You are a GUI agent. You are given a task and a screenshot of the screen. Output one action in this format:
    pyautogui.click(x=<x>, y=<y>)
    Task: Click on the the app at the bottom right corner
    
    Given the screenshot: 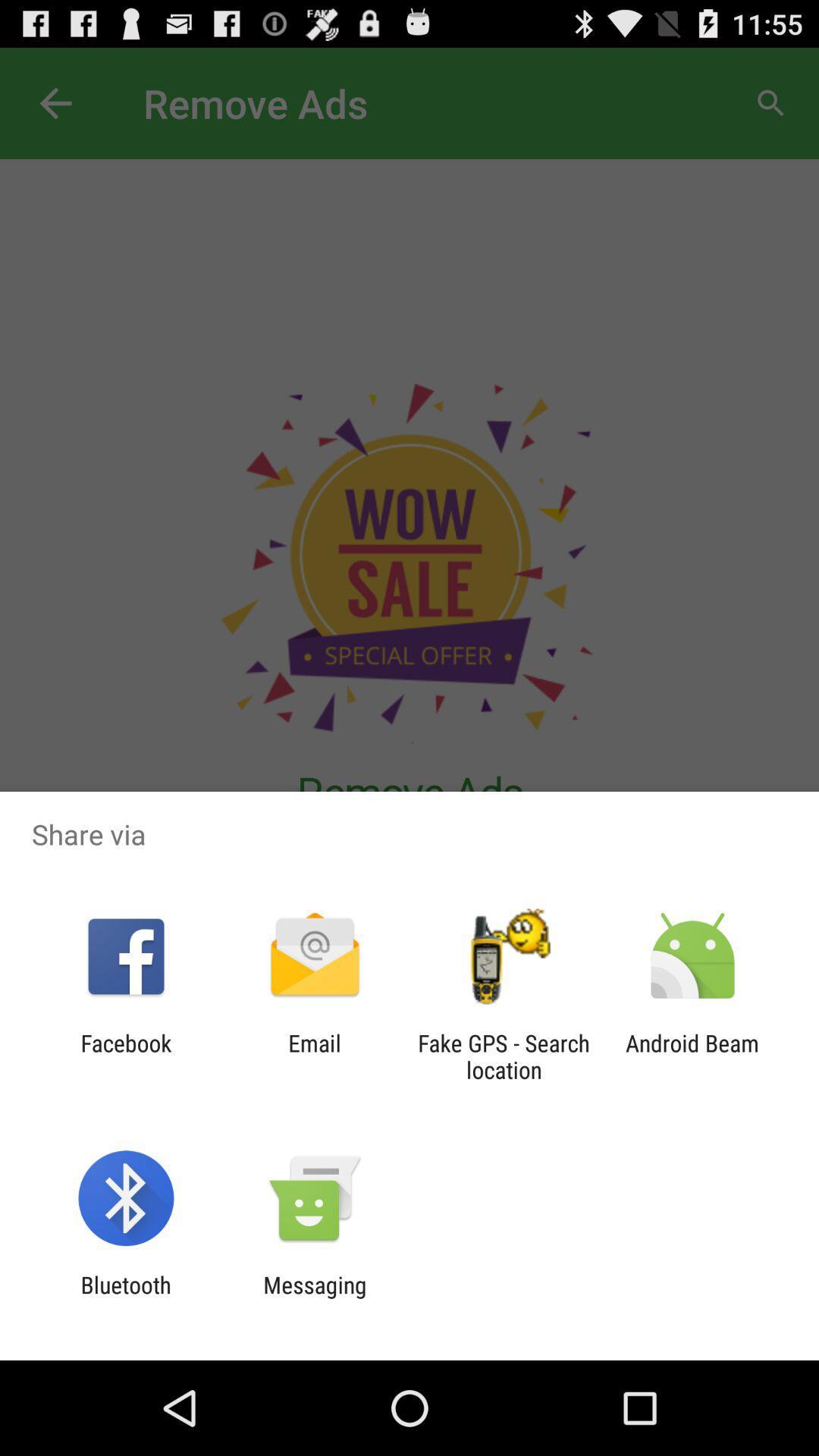 What is the action you would take?
    pyautogui.click(x=692, y=1056)
    